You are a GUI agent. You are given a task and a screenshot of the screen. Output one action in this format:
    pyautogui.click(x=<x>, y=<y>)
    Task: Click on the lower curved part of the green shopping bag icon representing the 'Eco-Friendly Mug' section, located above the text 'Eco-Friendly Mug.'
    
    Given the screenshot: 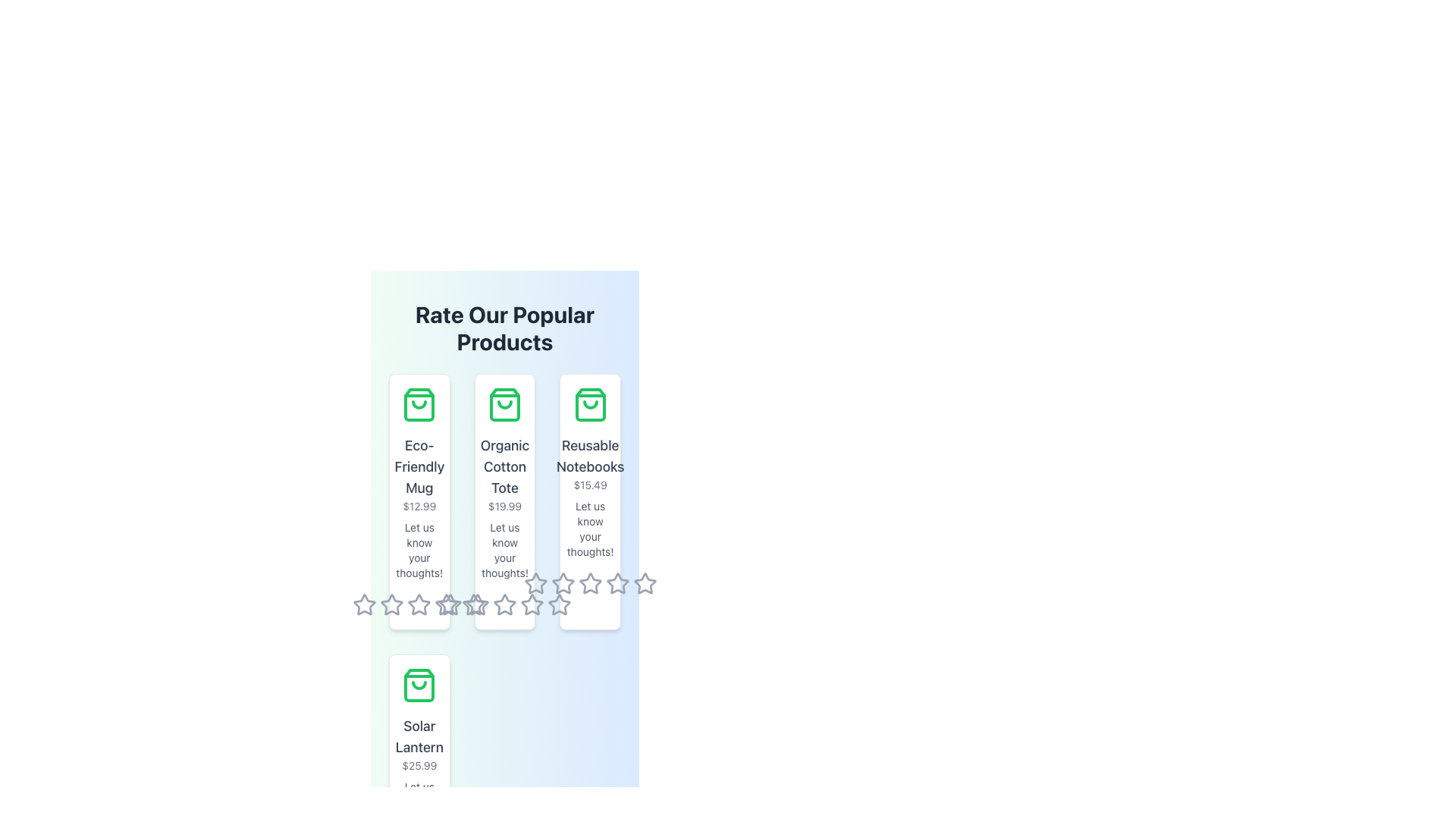 What is the action you would take?
    pyautogui.click(x=419, y=403)
    